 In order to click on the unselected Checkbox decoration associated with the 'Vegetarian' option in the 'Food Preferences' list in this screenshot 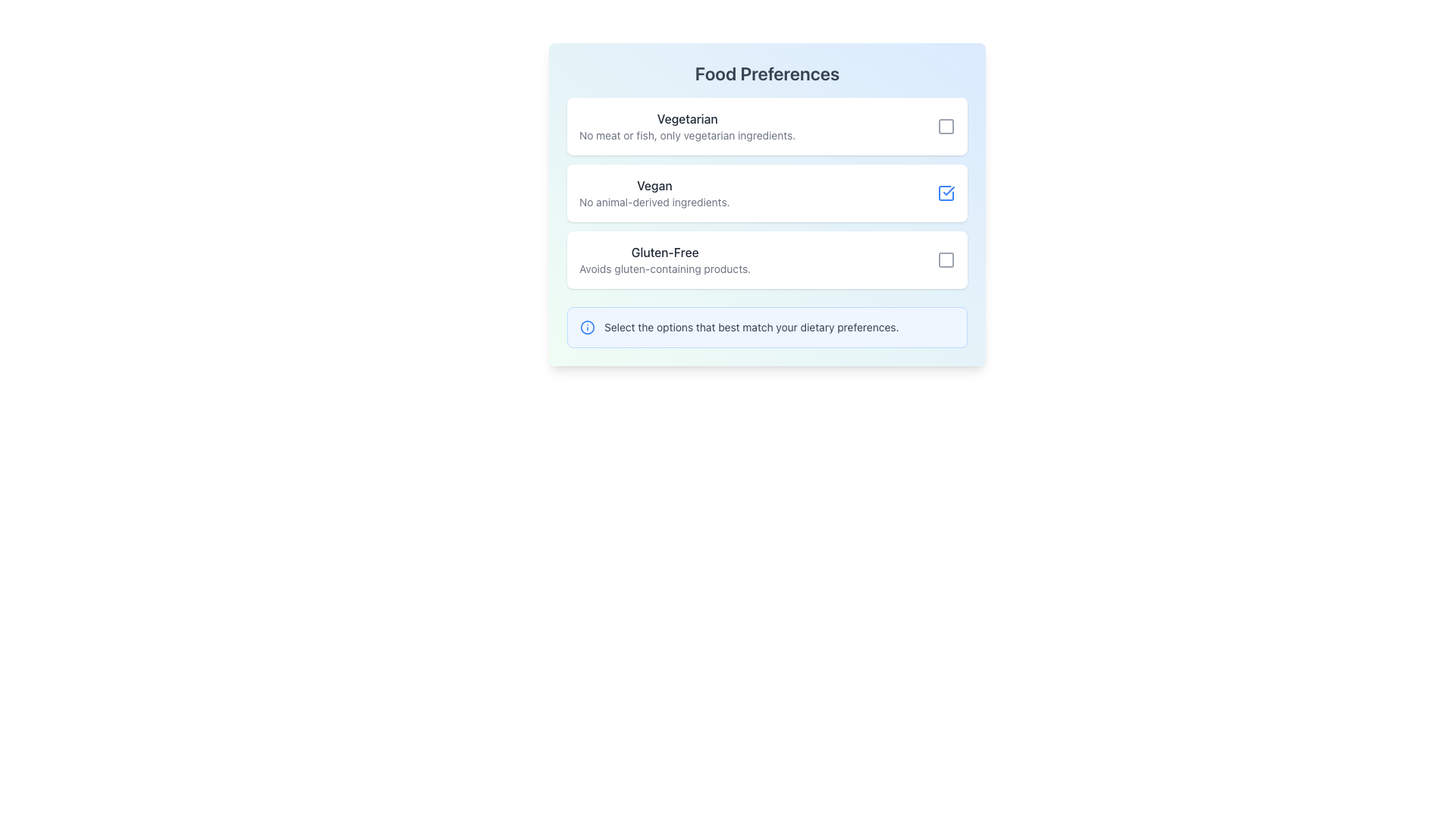, I will do `click(946, 125)`.